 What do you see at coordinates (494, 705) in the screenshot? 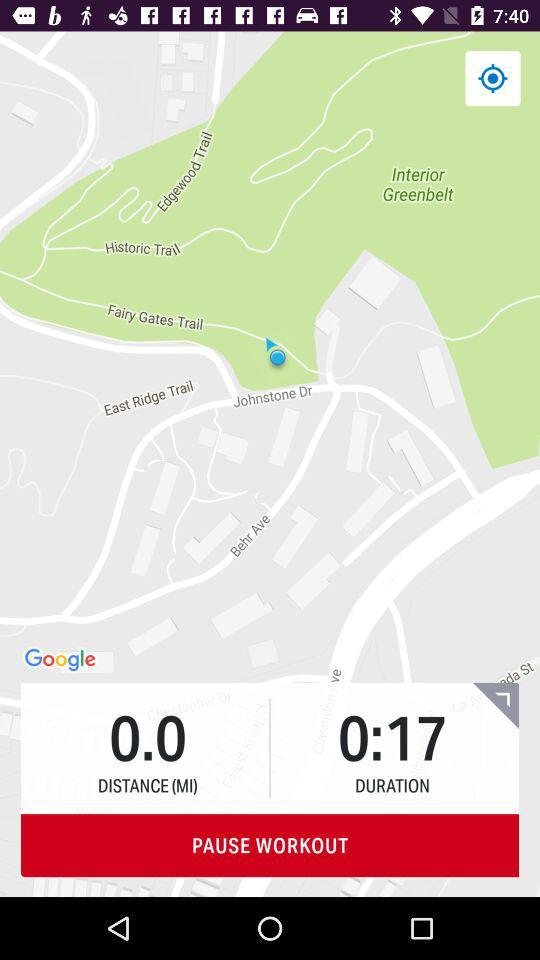
I see `window opening envelope toggle` at bounding box center [494, 705].